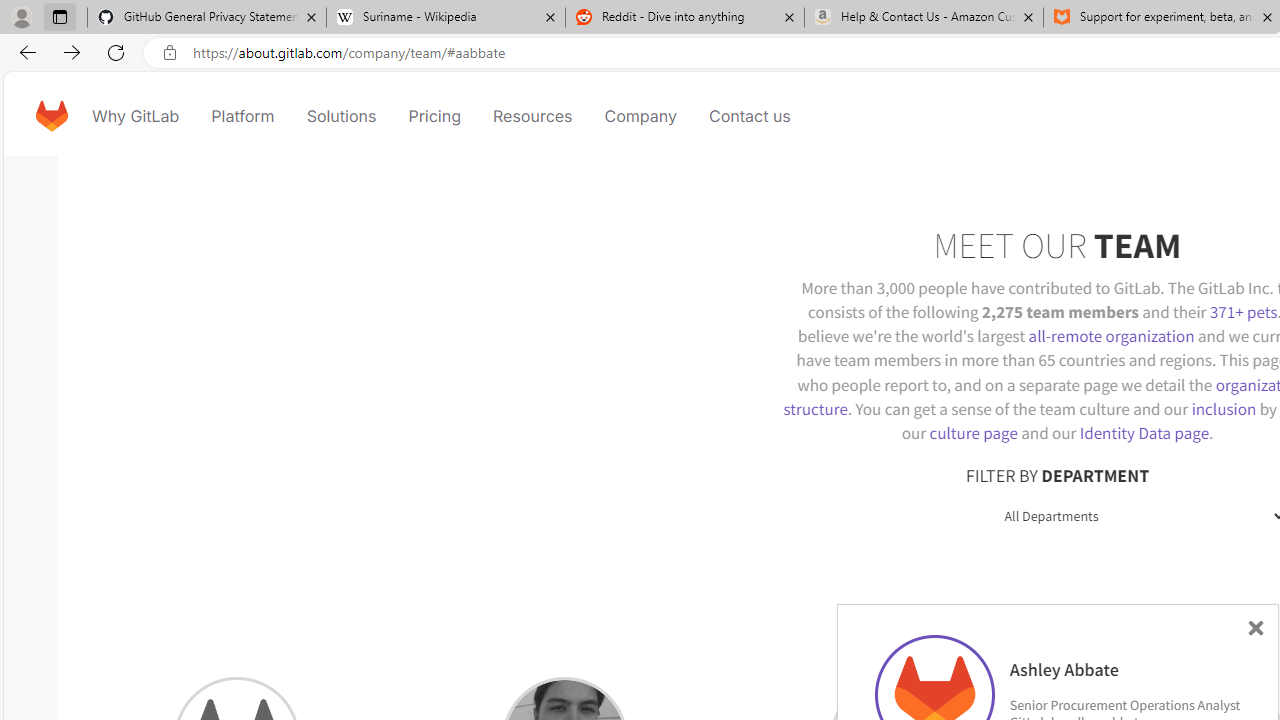 The width and height of the screenshot is (1280, 720). I want to click on 'Resources', so click(532, 115).